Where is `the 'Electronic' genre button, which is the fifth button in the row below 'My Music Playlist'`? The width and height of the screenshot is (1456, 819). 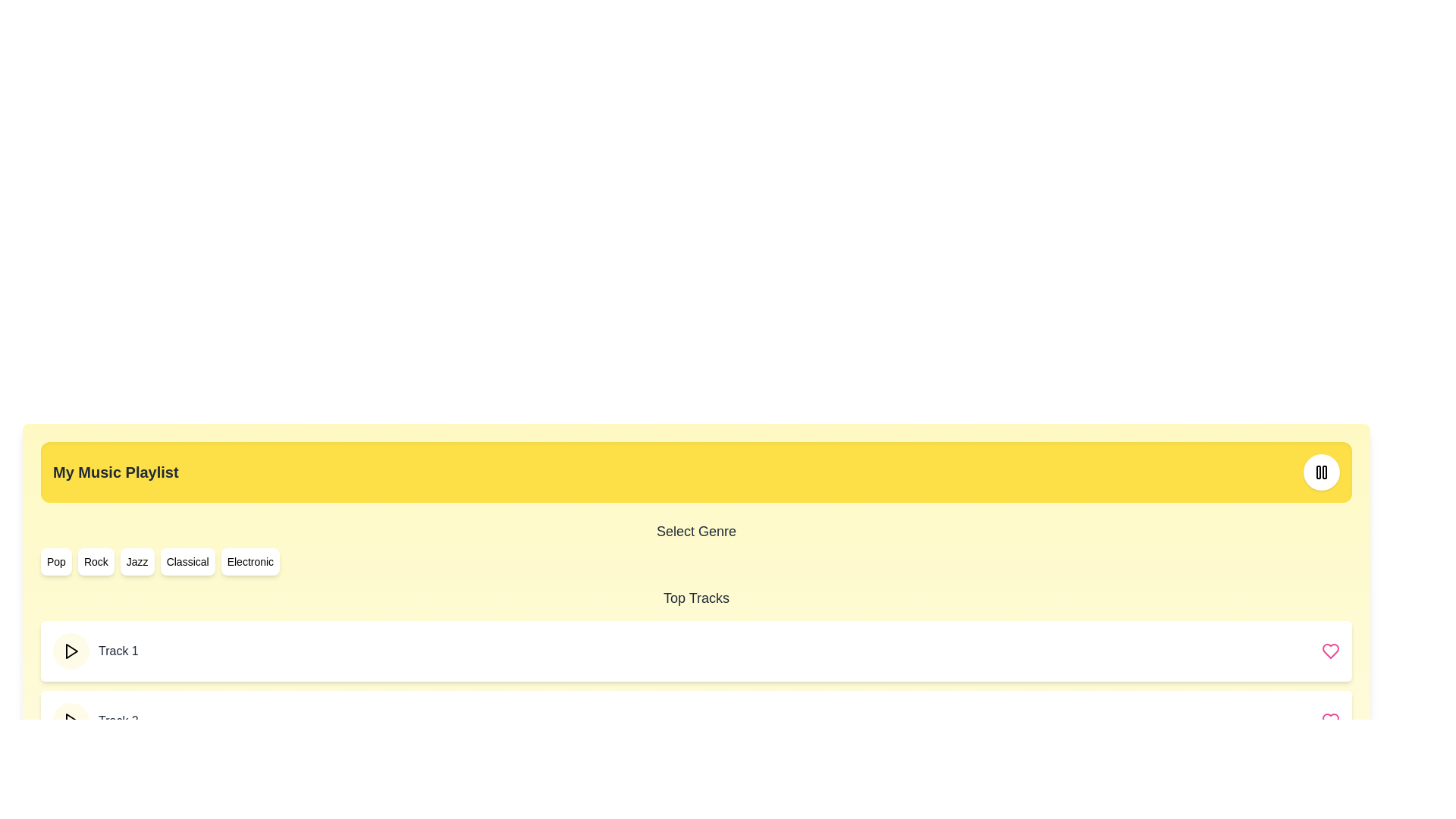
the 'Electronic' genre button, which is the fifth button in the row below 'My Music Playlist' is located at coordinates (250, 561).